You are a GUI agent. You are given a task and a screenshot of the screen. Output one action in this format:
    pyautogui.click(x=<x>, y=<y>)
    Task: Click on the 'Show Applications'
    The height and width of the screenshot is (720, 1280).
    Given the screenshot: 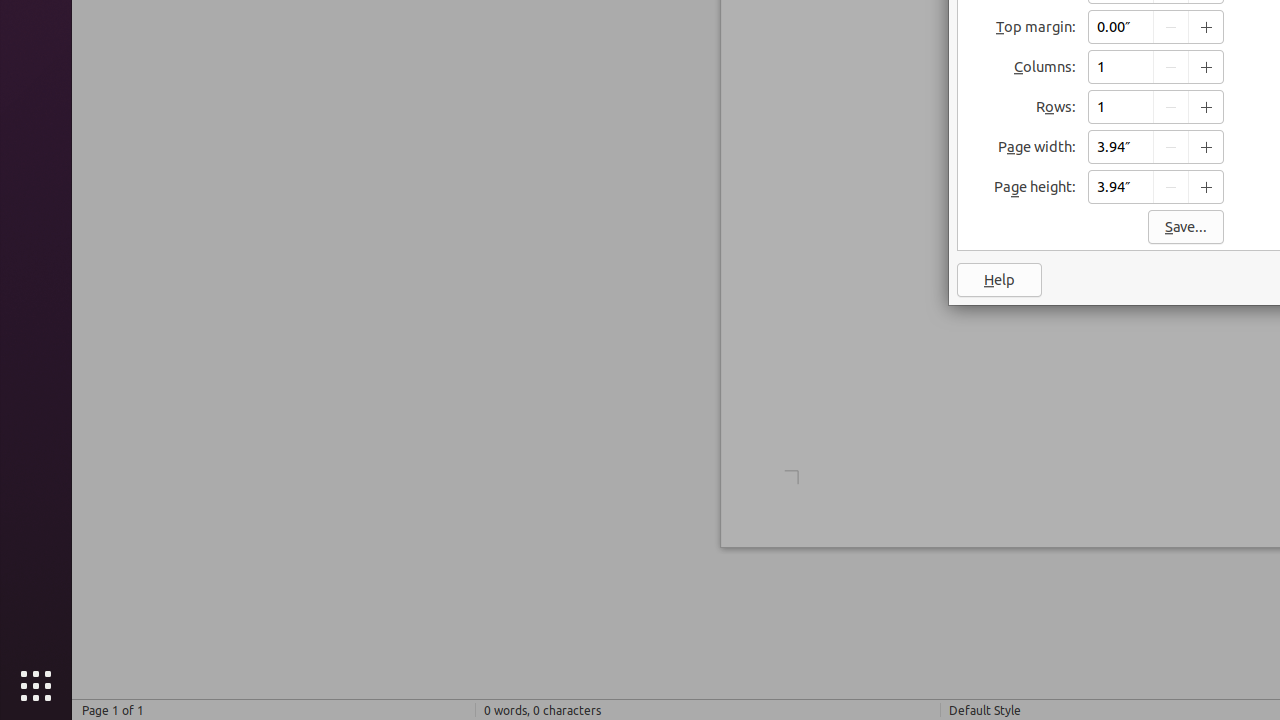 What is the action you would take?
    pyautogui.click(x=35, y=685)
    